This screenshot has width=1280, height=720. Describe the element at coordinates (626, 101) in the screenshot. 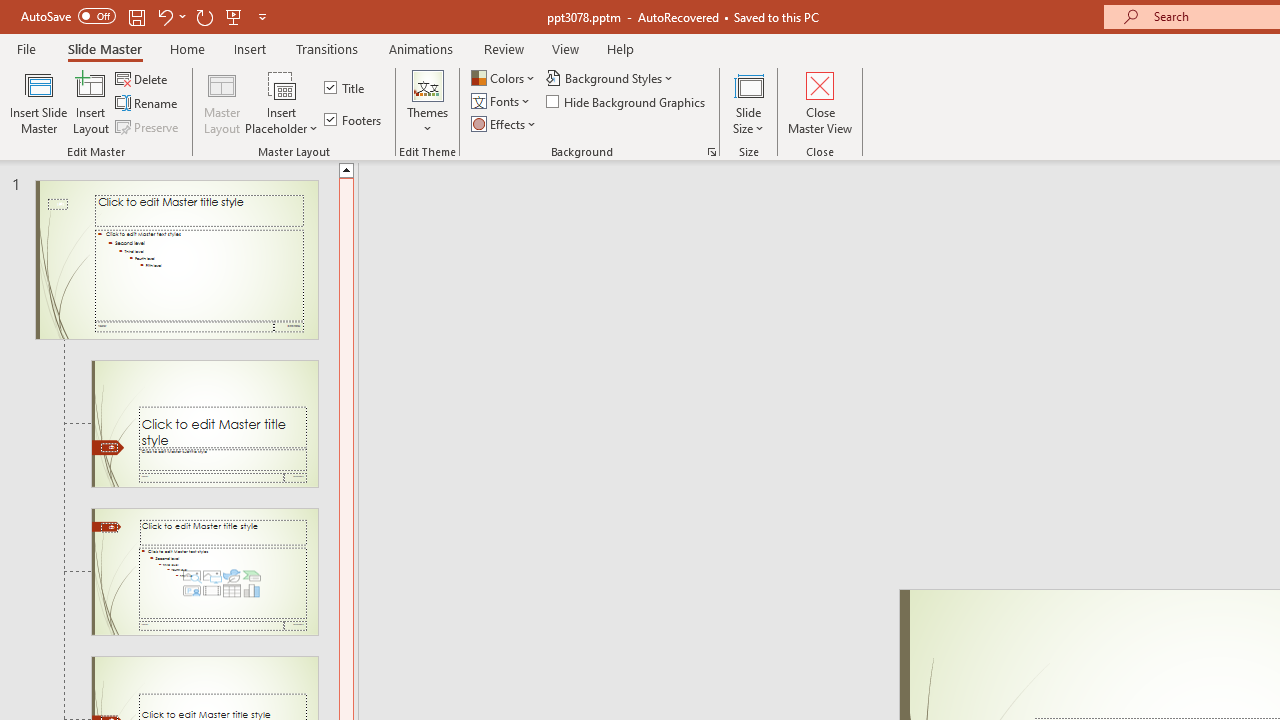

I see `'Hide Background Graphics'` at that location.